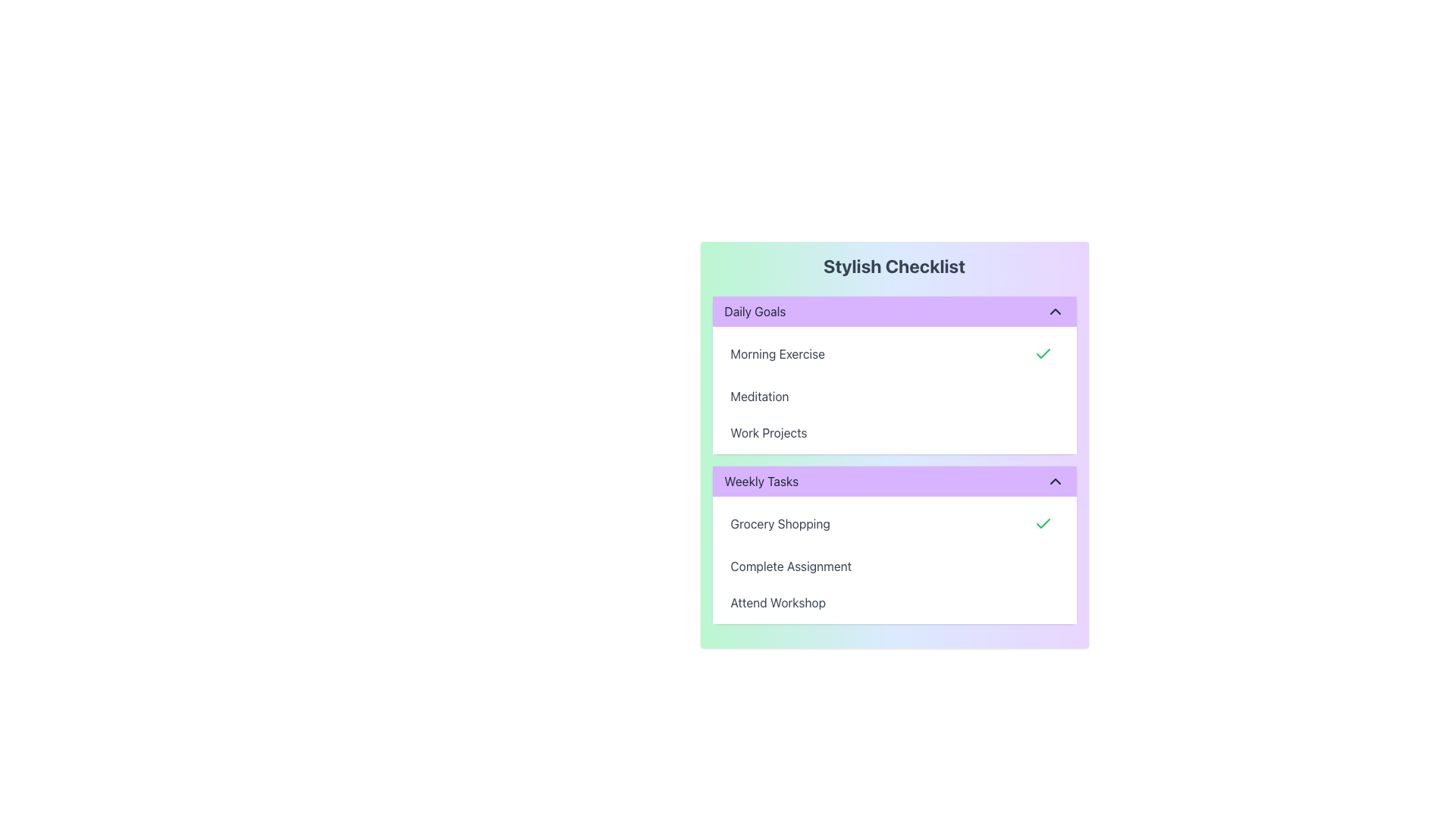  What do you see at coordinates (894, 396) in the screenshot?
I see `the second list item labeled 'Meditation' in the 'Daily Goals' section` at bounding box center [894, 396].